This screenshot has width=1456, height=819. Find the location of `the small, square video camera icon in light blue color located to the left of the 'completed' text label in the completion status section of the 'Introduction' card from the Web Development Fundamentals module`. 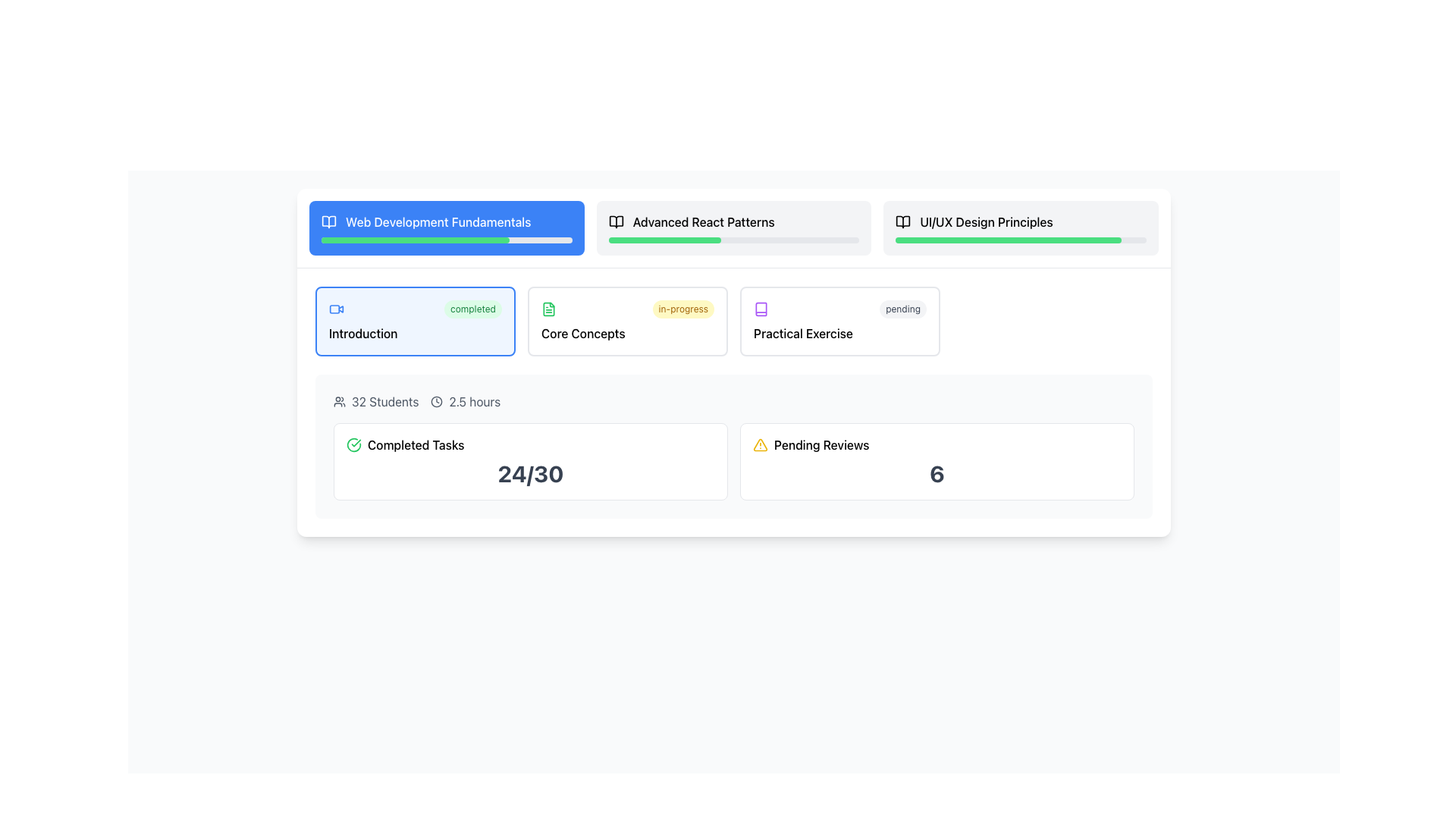

the small, square video camera icon in light blue color located to the left of the 'completed' text label in the completion status section of the 'Introduction' card from the Web Development Fundamentals module is located at coordinates (336, 309).